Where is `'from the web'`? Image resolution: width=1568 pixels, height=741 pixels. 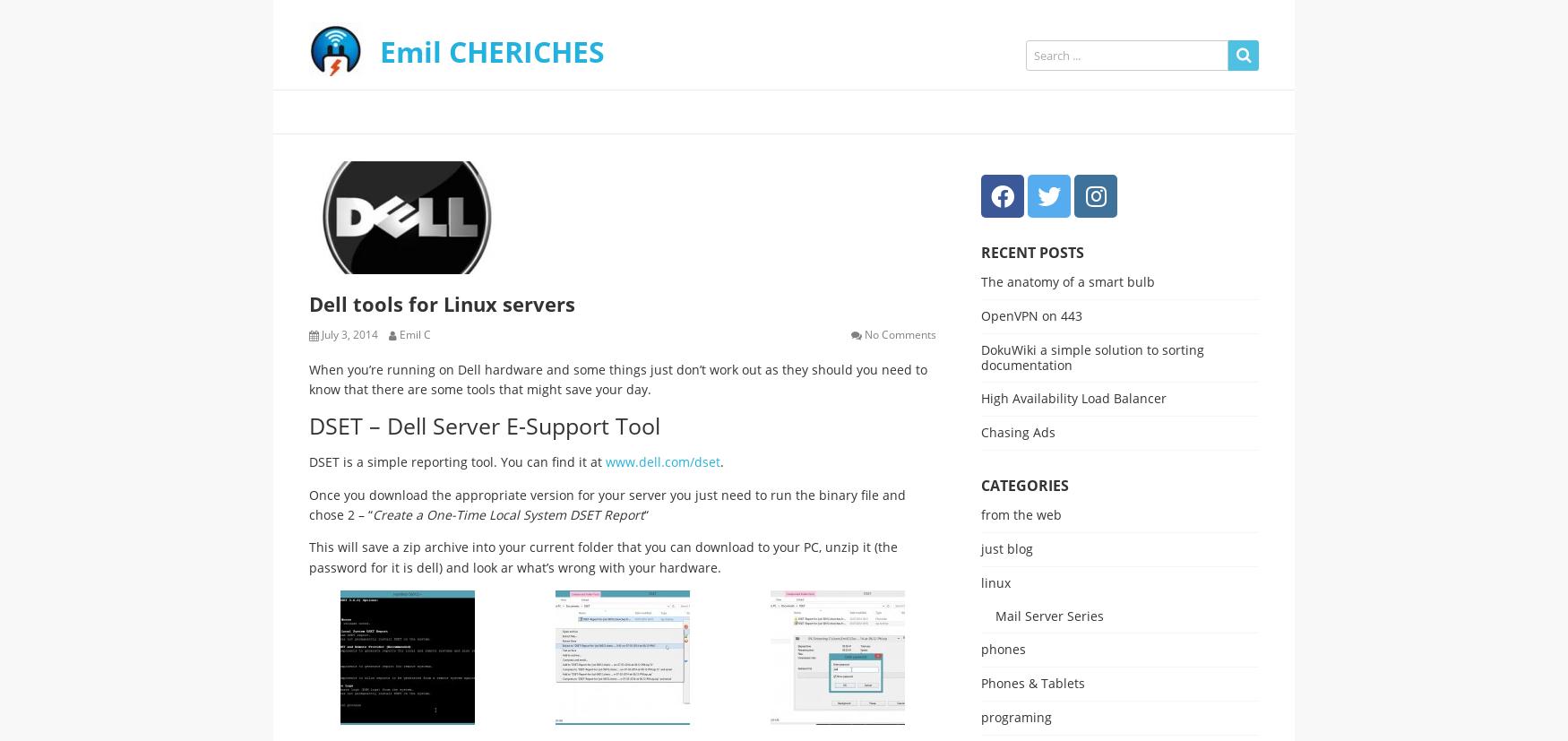
'from the web' is located at coordinates (1020, 514).